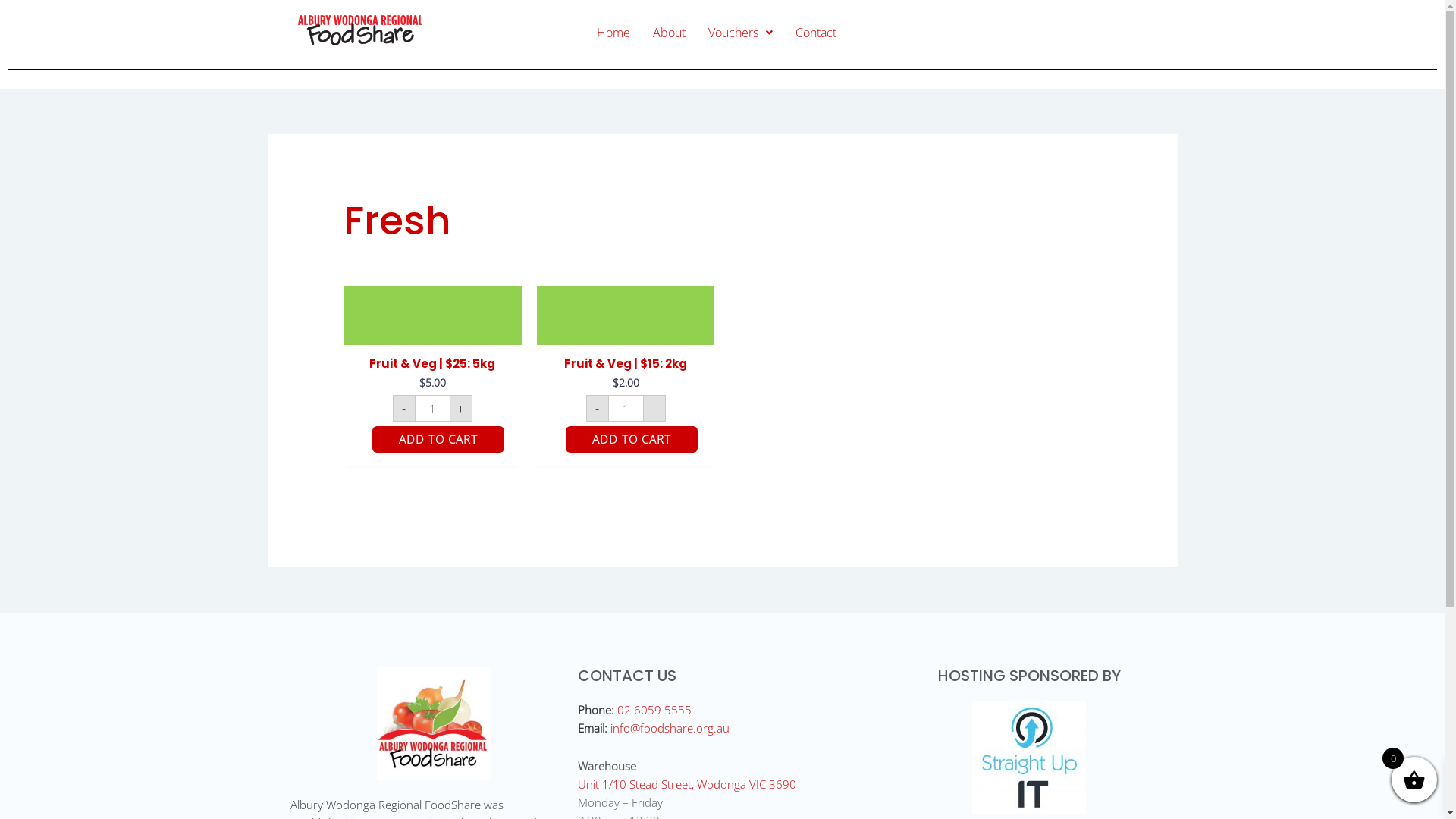 This screenshot has width=1456, height=819. Describe the element at coordinates (596, 407) in the screenshot. I see `'-'` at that location.